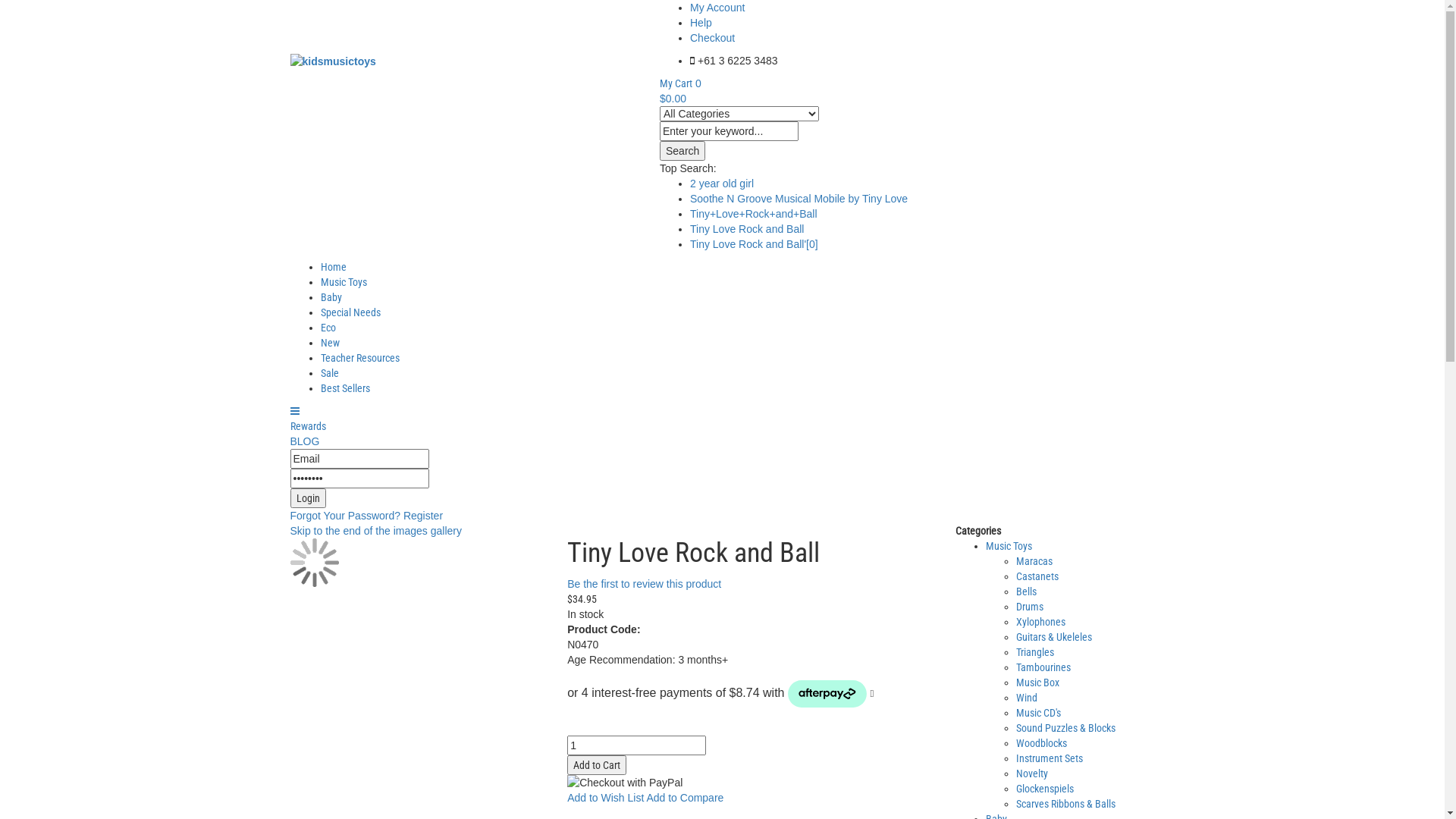  I want to click on 'Music Box', so click(1015, 681).